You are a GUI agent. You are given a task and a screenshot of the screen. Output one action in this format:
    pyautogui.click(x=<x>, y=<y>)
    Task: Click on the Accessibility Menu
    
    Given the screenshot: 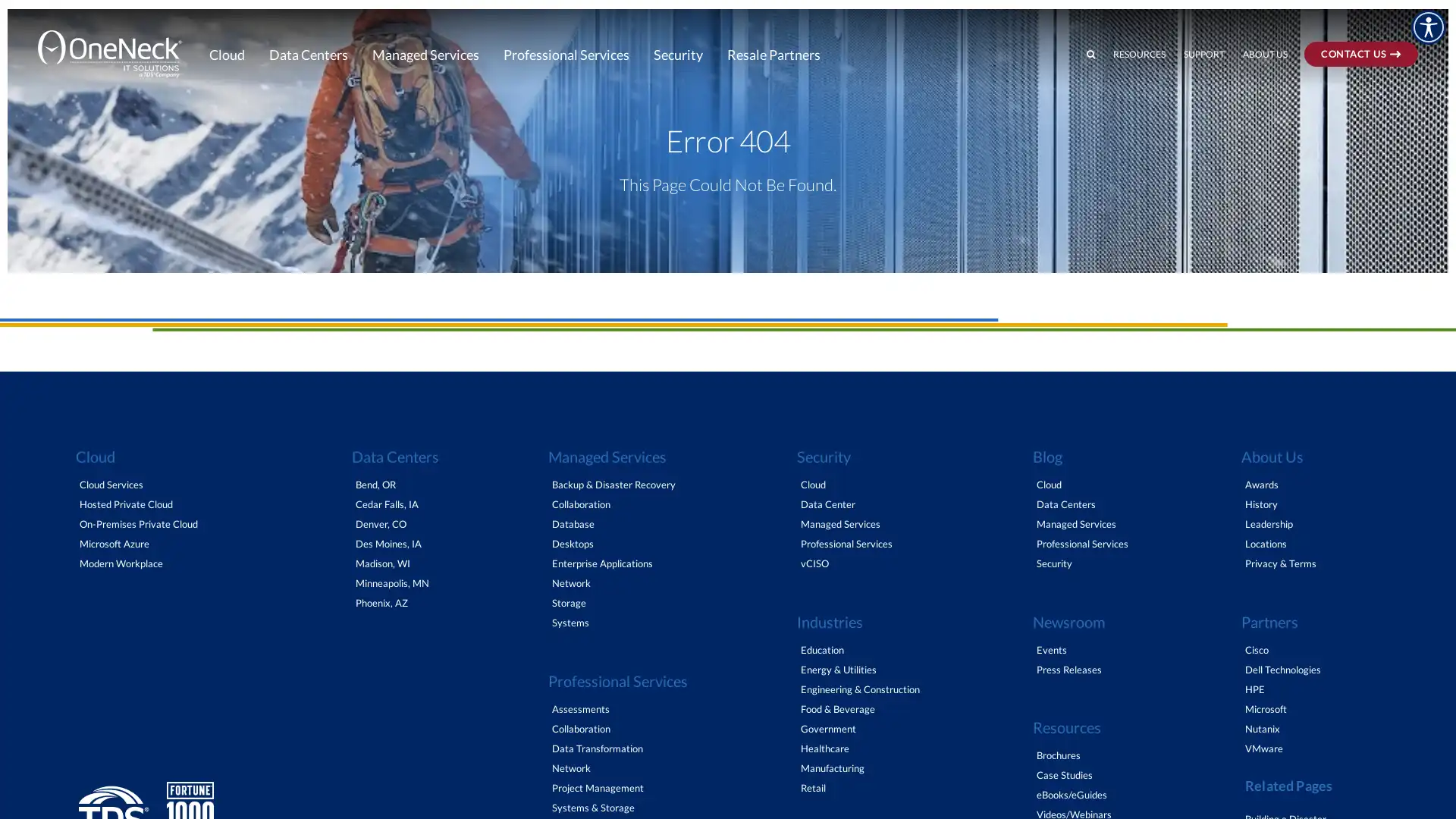 What is the action you would take?
    pyautogui.click(x=1427, y=27)
    